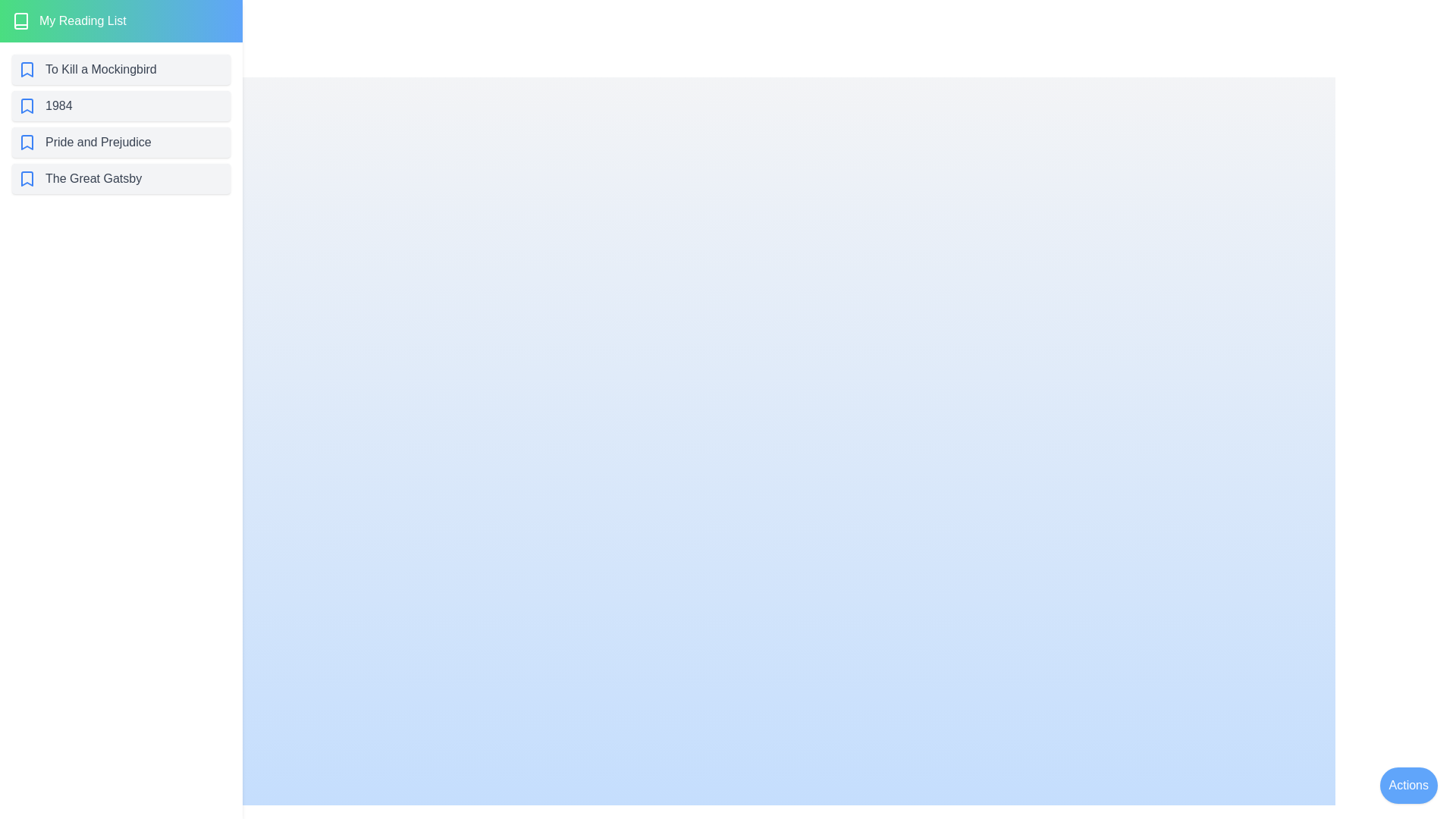  I want to click on top-left button to toggle the drawer visibility, so click(33, 33).